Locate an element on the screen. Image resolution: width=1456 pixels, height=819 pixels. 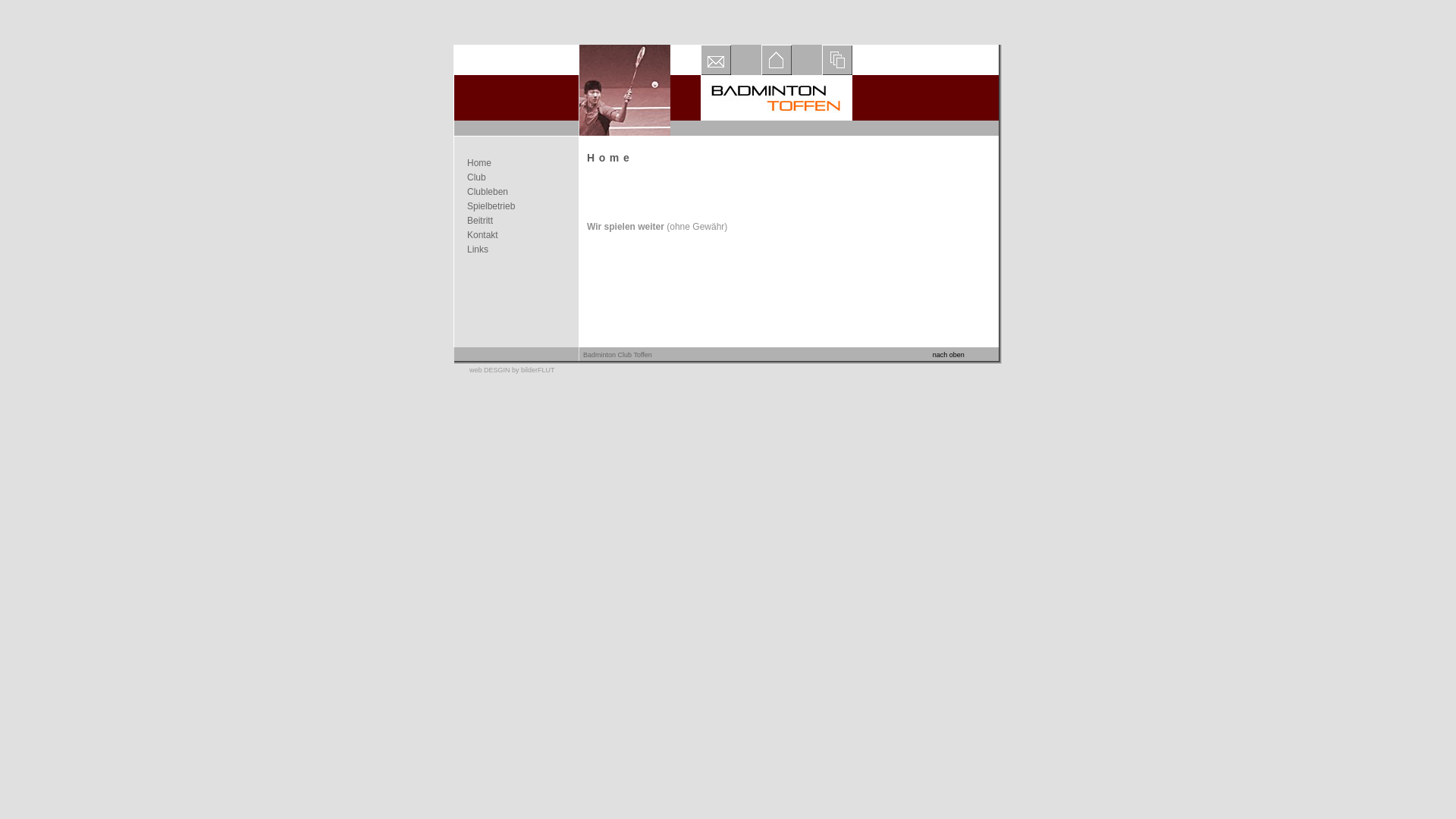
'Links' is located at coordinates (516, 248).